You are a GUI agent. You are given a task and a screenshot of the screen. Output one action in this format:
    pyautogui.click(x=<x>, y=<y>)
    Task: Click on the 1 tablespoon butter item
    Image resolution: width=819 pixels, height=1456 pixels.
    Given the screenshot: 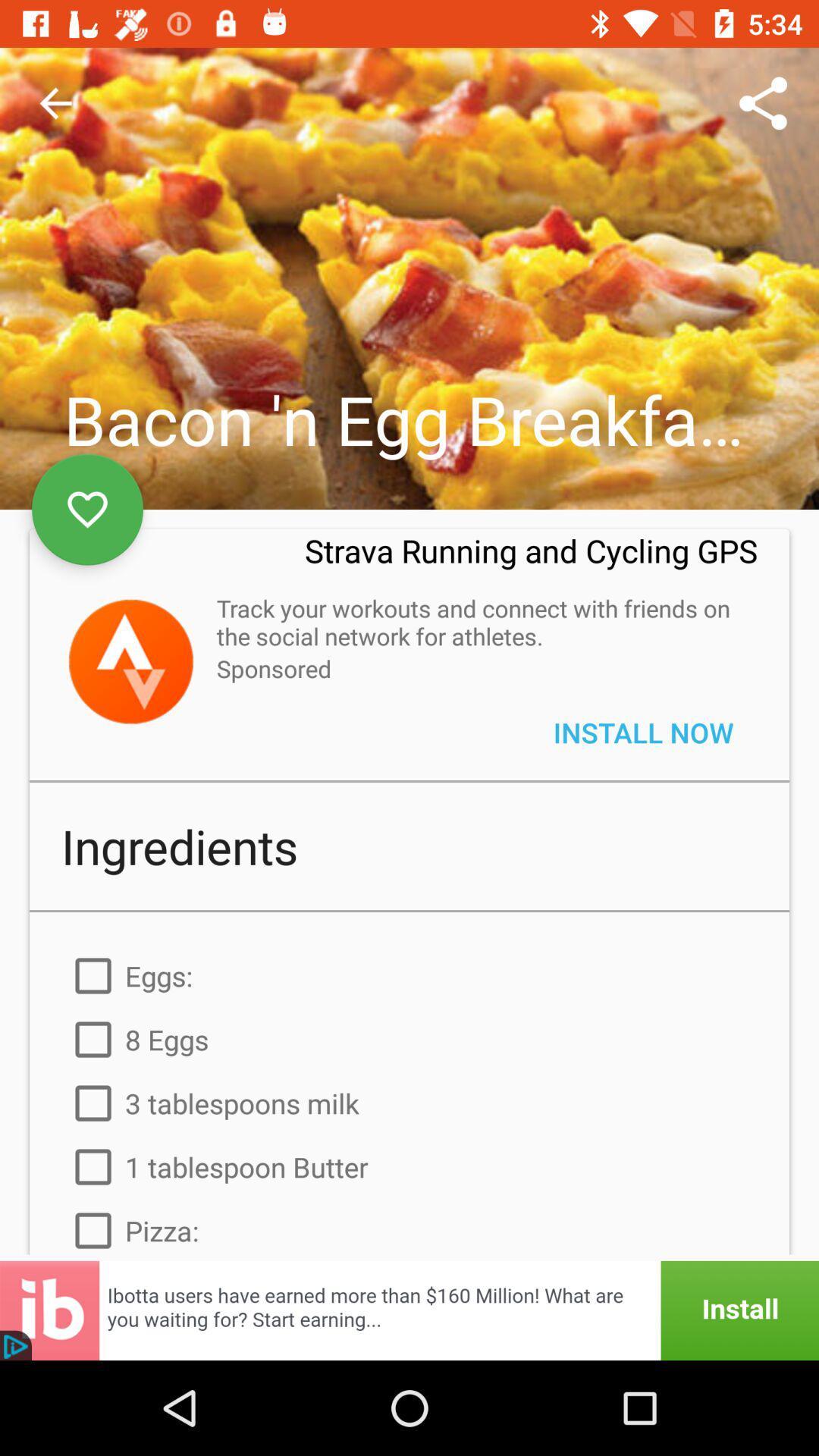 What is the action you would take?
    pyautogui.click(x=409, y=1166)
    